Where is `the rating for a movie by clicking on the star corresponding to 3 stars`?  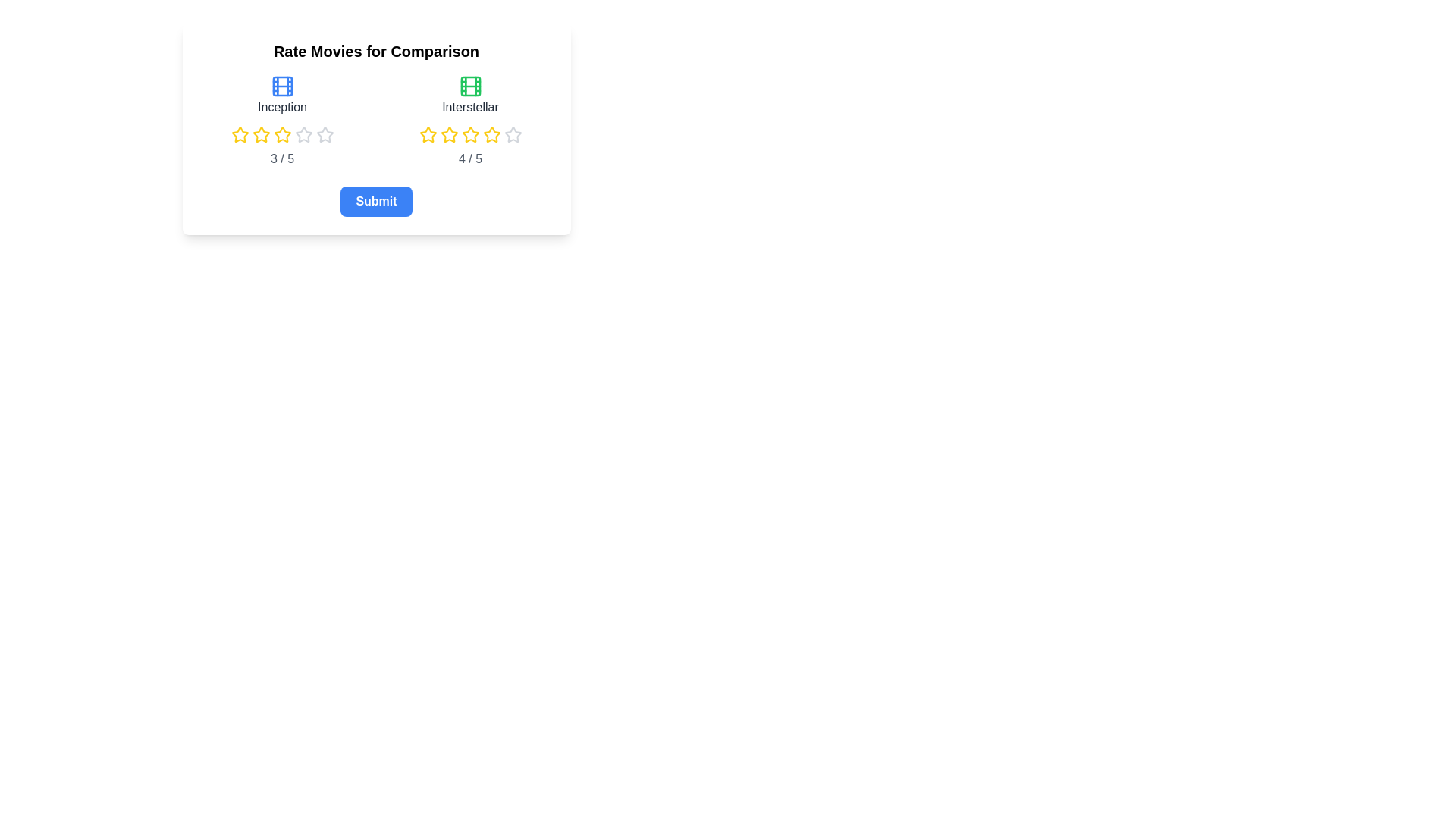
the rating for a movie by clicking on the star corresponding to 3 stars is located at coordinates (273, 133).